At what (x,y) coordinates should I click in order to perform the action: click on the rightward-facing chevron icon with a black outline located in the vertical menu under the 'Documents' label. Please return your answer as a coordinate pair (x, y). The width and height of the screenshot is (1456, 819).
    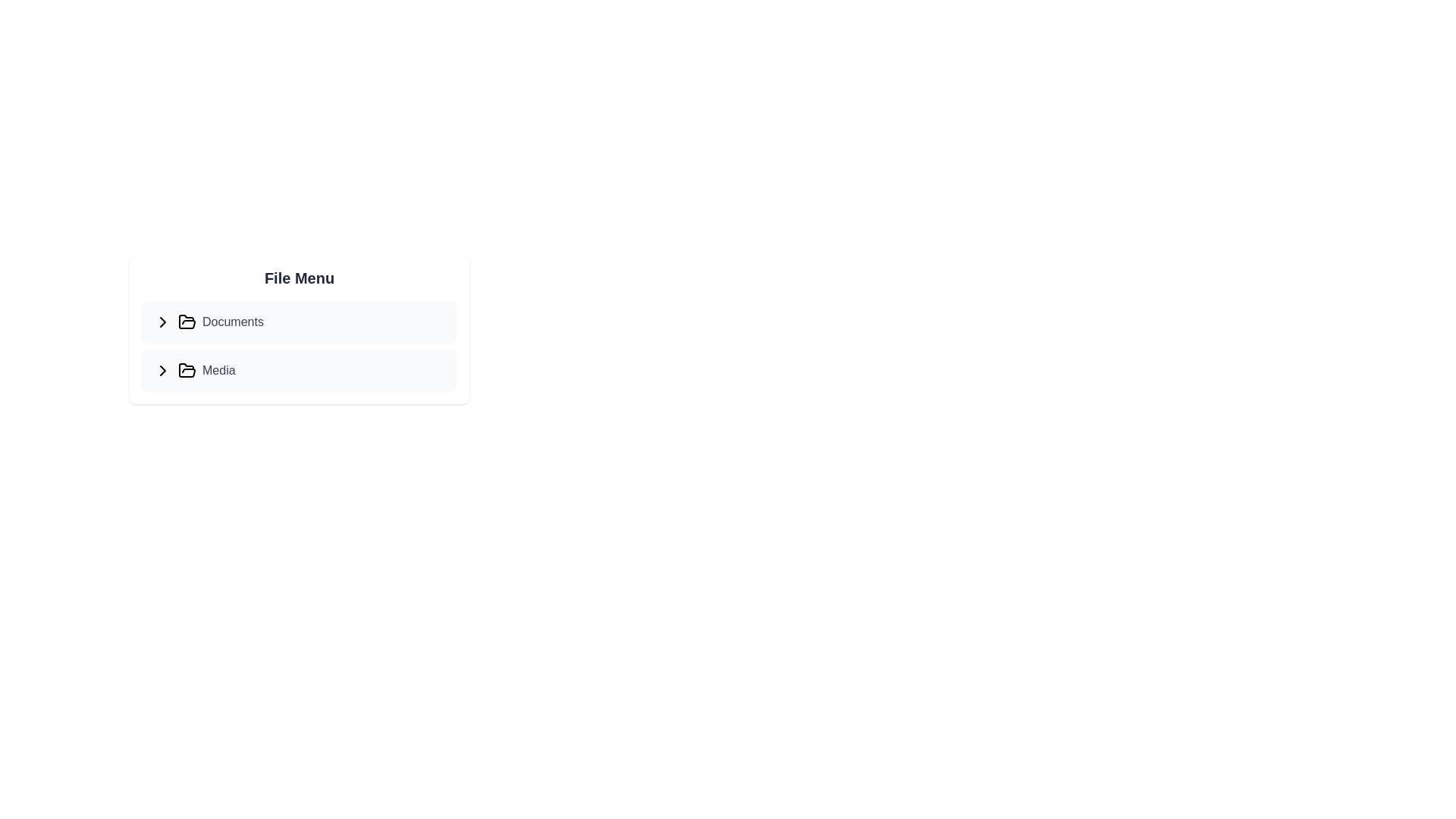
    Looking at the image, I should click on (163, 321).